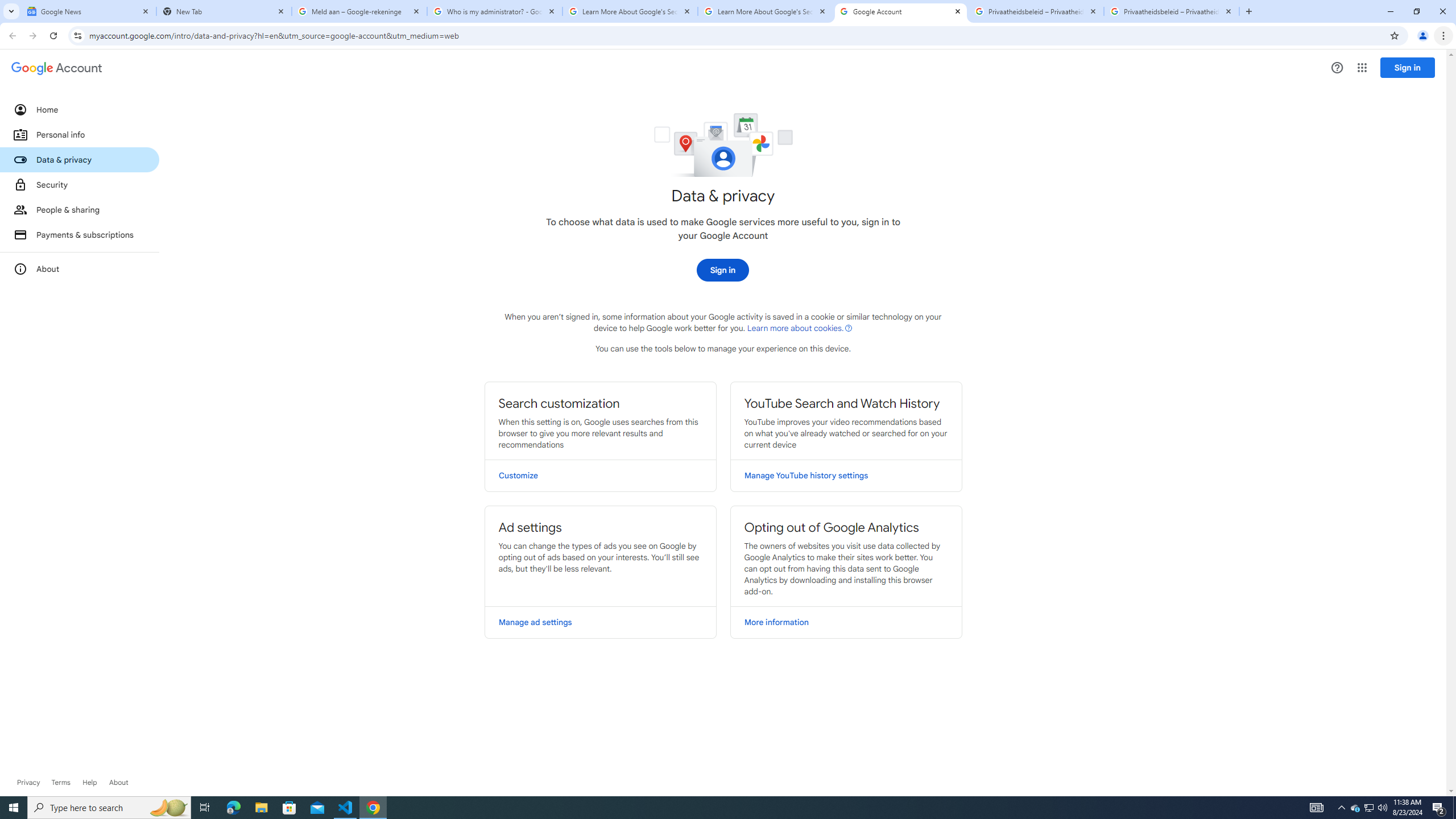  What do you see at coordinates (88, 11) in the screenshot?
I see `'Google News'` at bounding box center [88, 11].